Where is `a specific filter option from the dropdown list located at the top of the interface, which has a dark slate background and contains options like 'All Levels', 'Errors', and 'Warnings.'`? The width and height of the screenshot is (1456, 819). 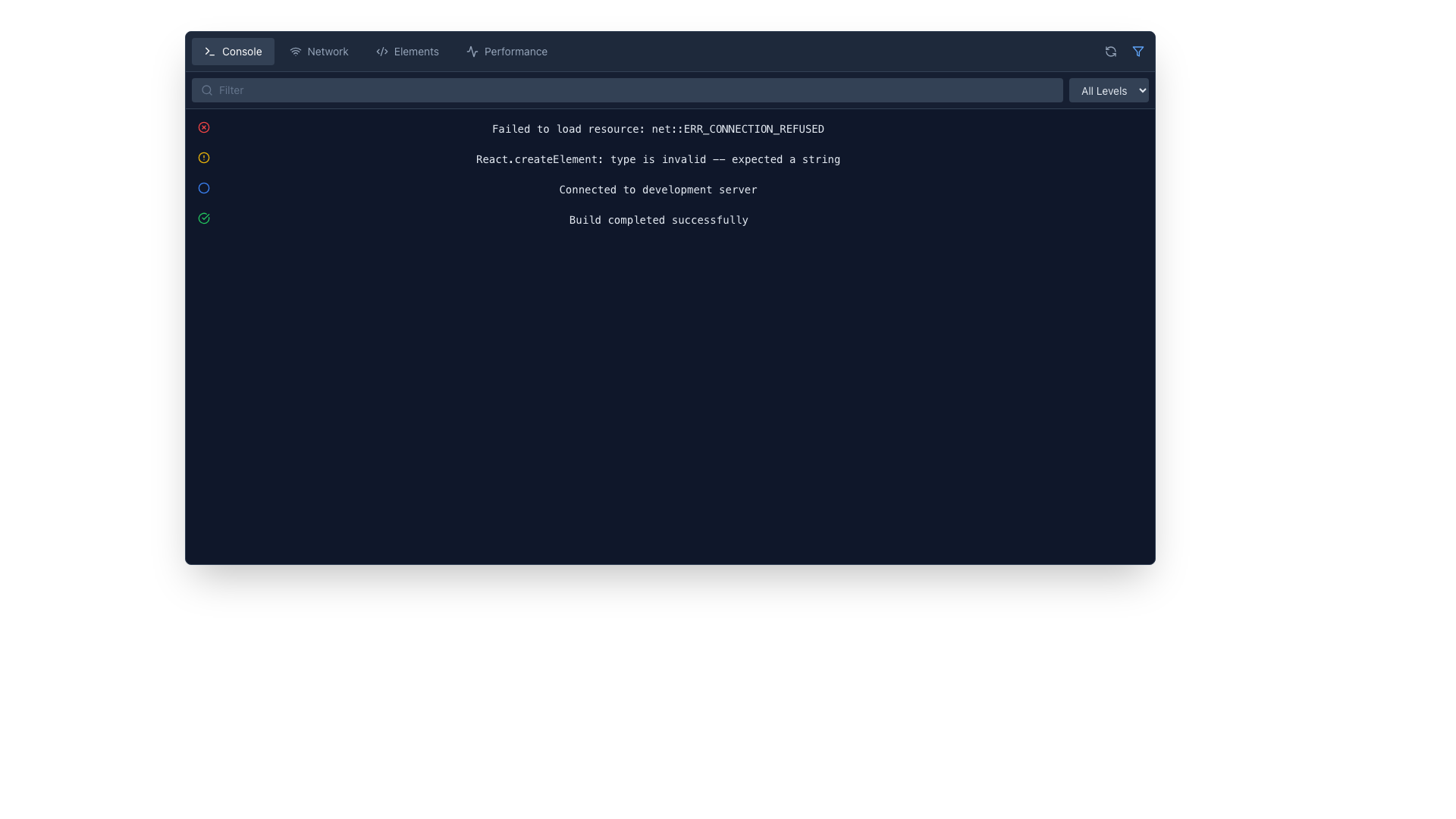
a specific filter option from the dropdown list located at the top of the interface, which has a dark slate background and contains options like 'All Levels', 'Errors', and 'Warnings.' is located at coordinates (669, 90).